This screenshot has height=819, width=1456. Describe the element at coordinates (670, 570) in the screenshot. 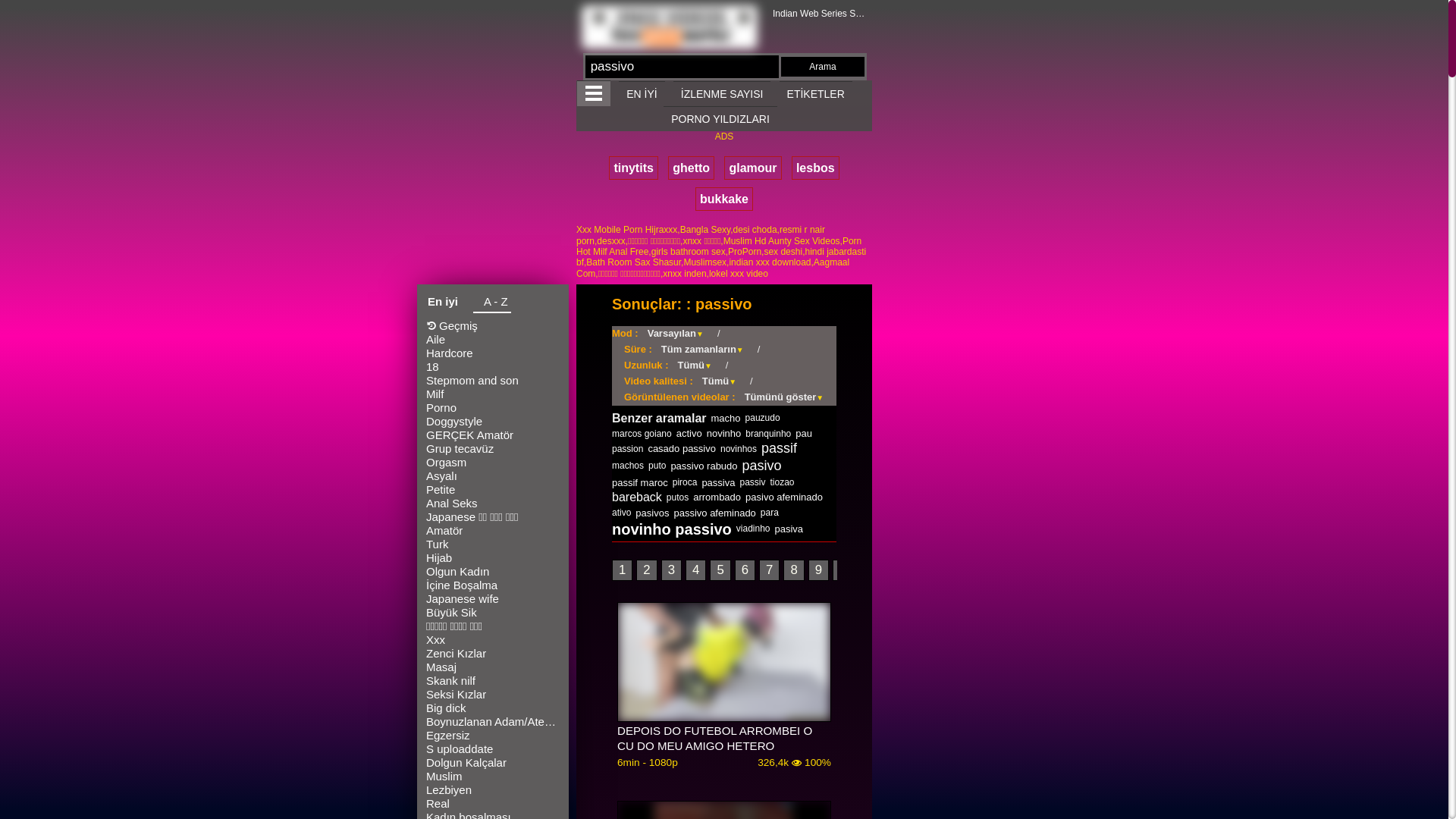

I see `'3'` at that location.